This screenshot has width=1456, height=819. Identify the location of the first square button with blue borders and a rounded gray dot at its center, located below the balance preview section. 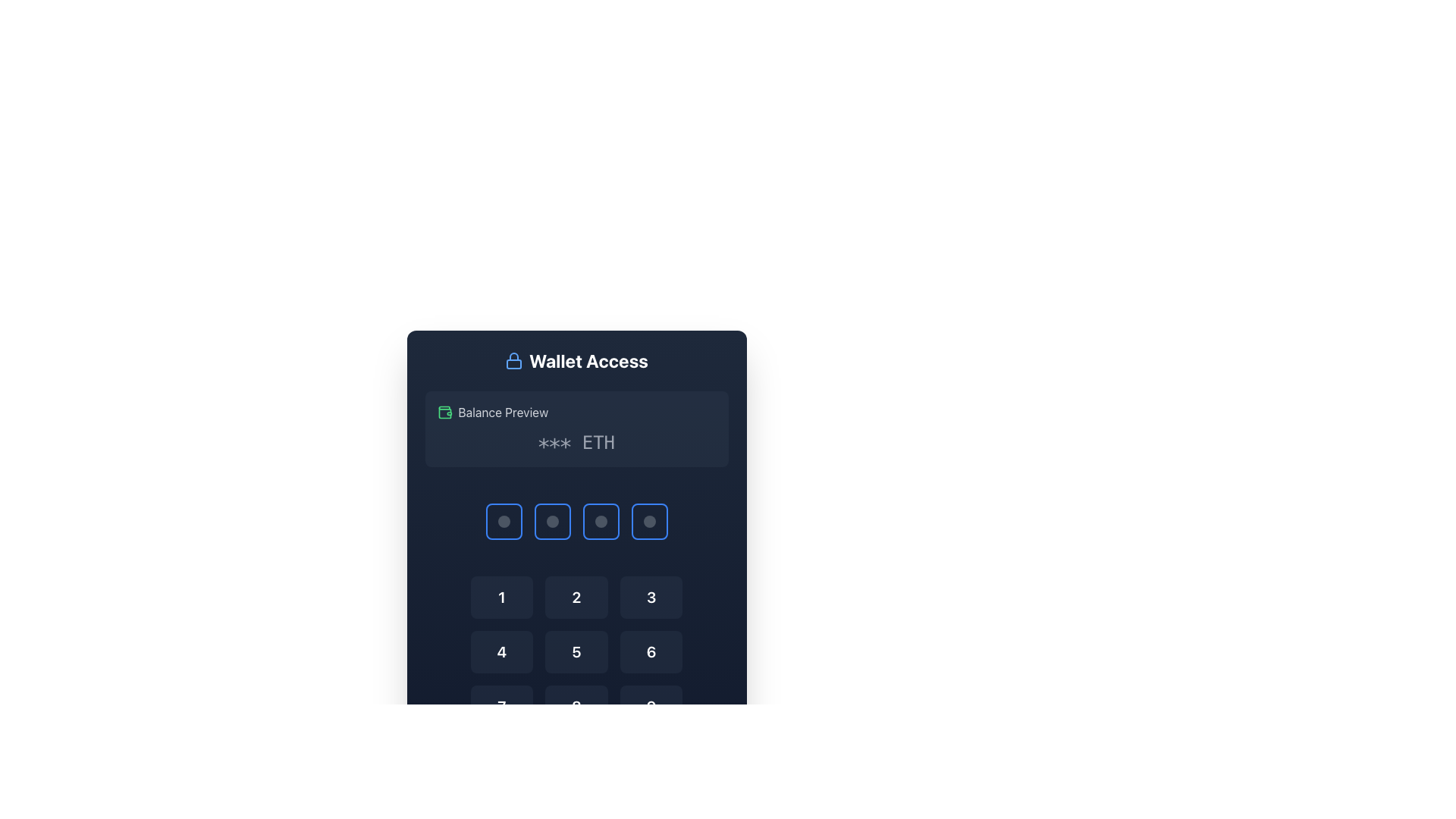
(504, 520).